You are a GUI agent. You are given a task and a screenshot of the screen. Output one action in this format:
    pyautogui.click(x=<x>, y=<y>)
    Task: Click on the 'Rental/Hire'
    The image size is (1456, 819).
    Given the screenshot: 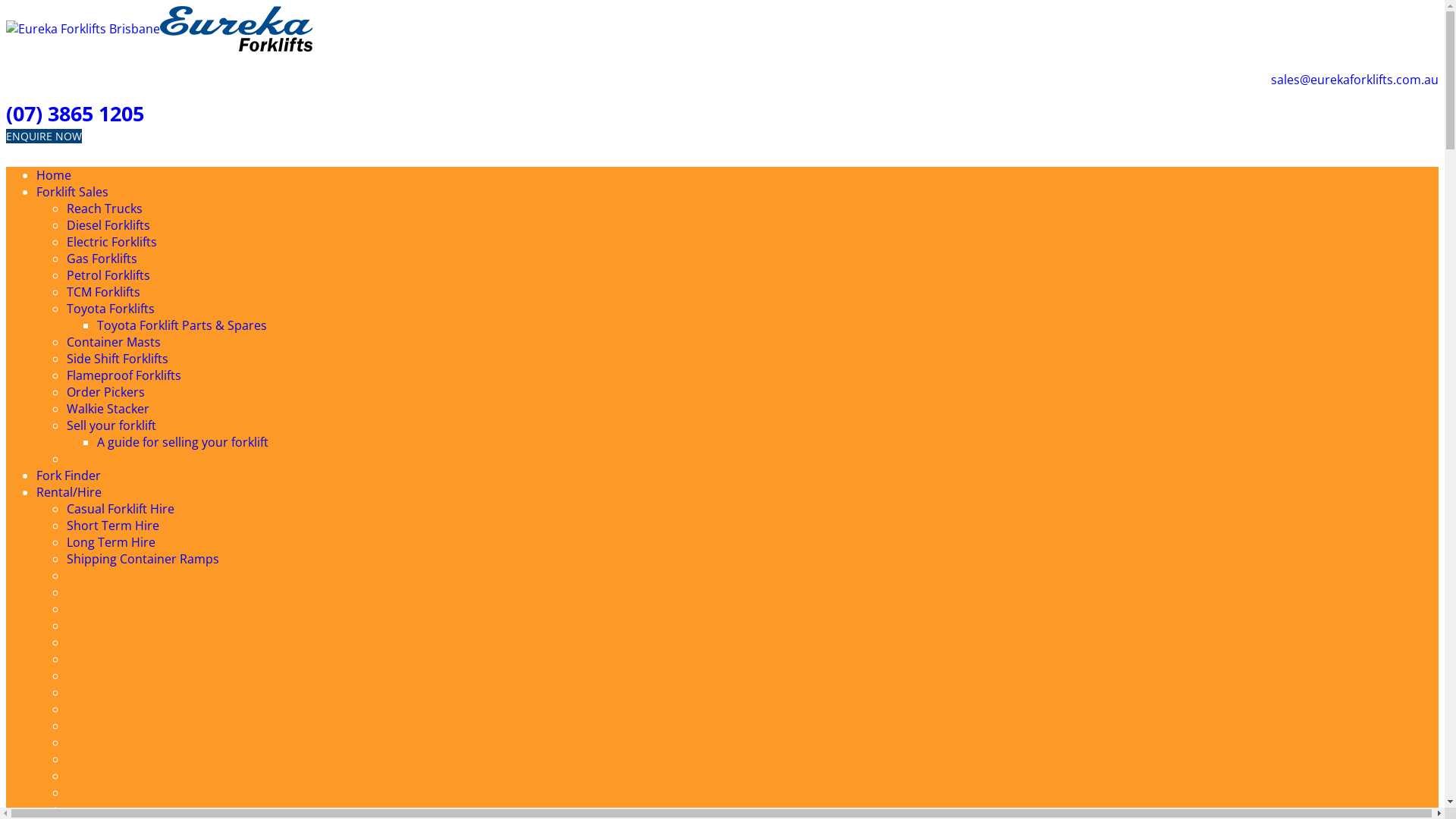 What is the action you would take?
    pyautogui.click(x=68, y=491)
    